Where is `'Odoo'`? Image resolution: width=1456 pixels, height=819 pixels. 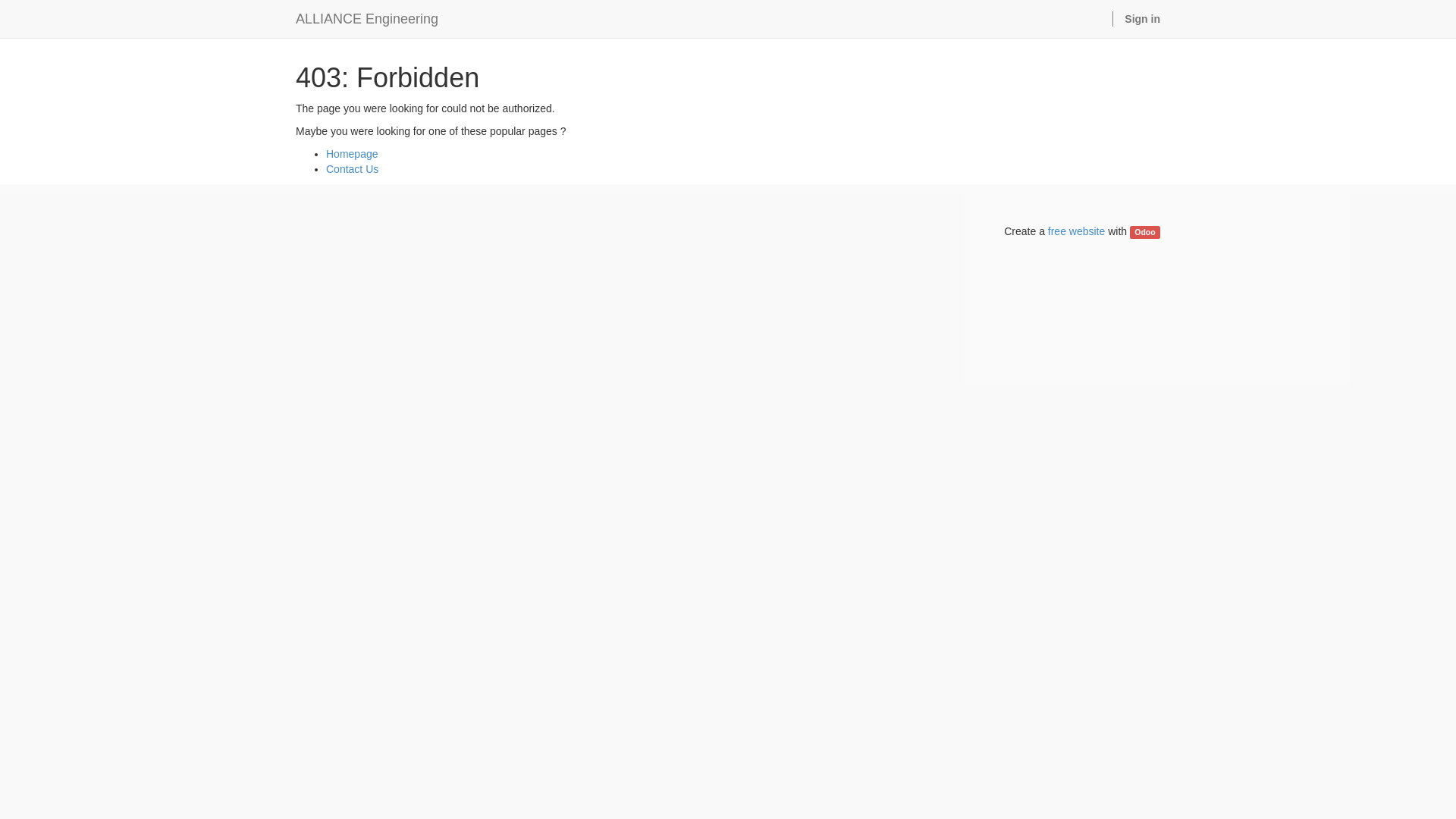
'Odoo' is located at coordinates (1145, 232).